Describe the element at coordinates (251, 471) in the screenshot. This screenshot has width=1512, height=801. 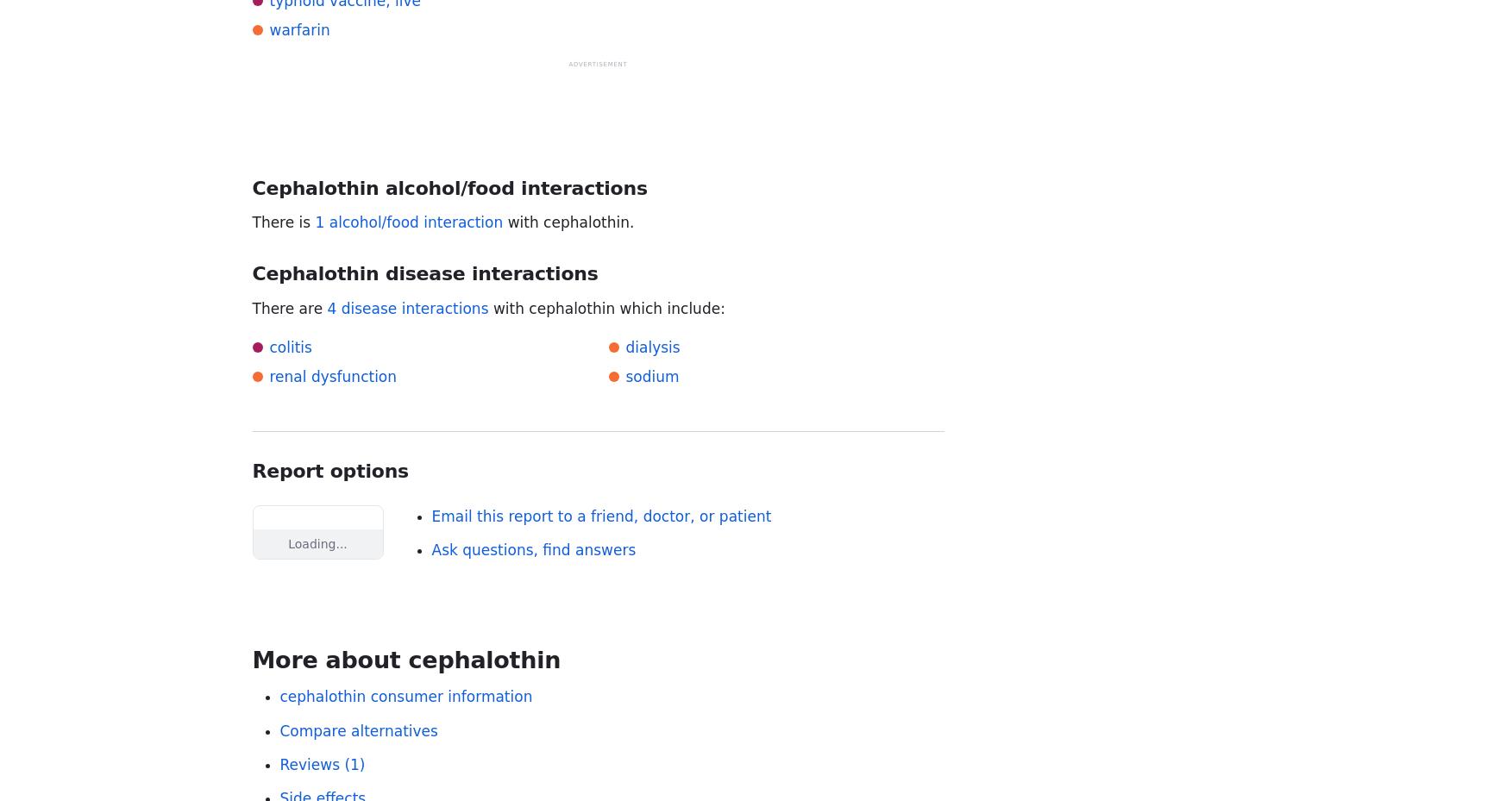
I see `'Report options'` at that location.